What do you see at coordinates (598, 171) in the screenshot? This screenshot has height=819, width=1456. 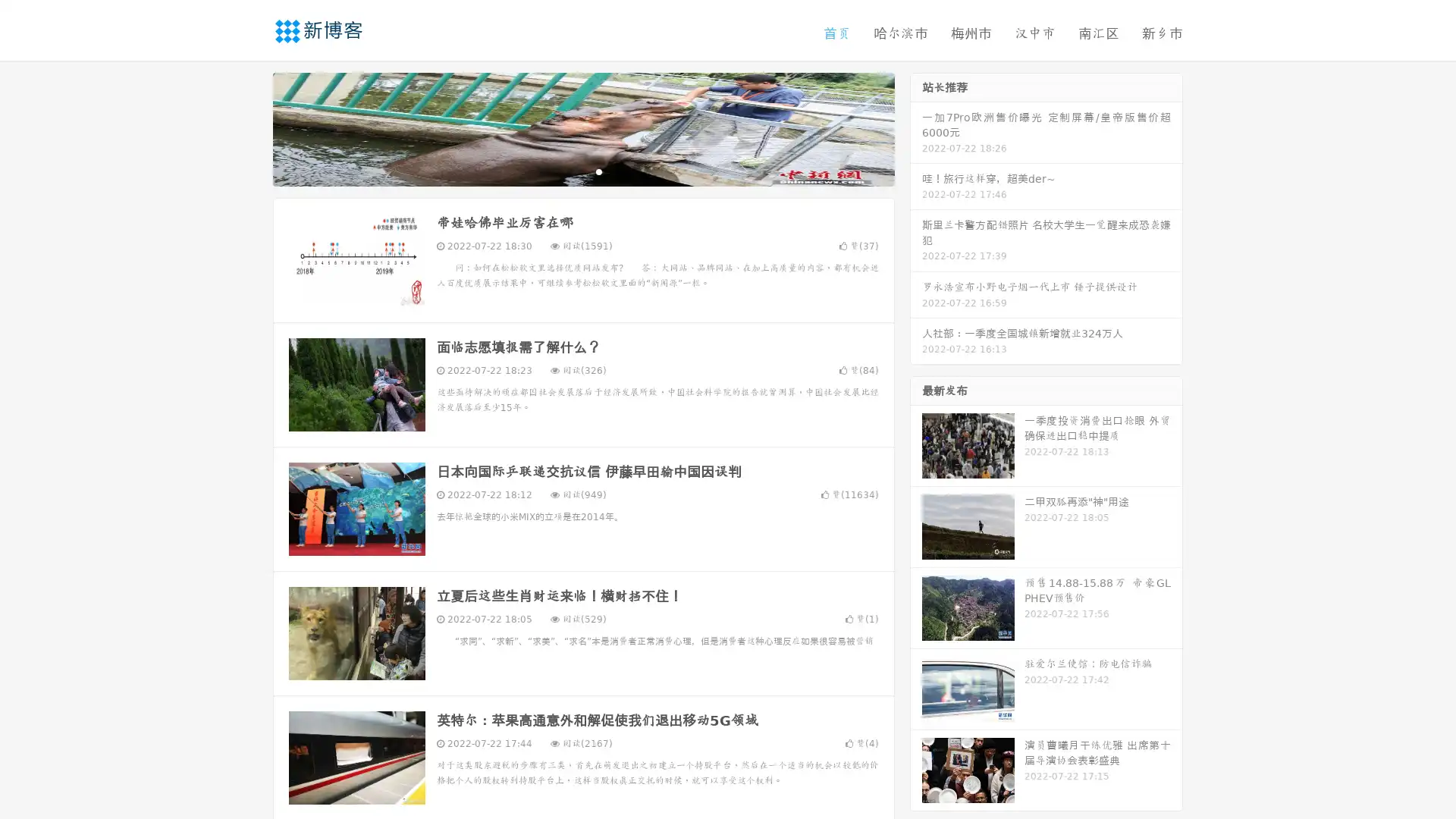 I see `Go to slide 3` at bounding box center [598, 171].